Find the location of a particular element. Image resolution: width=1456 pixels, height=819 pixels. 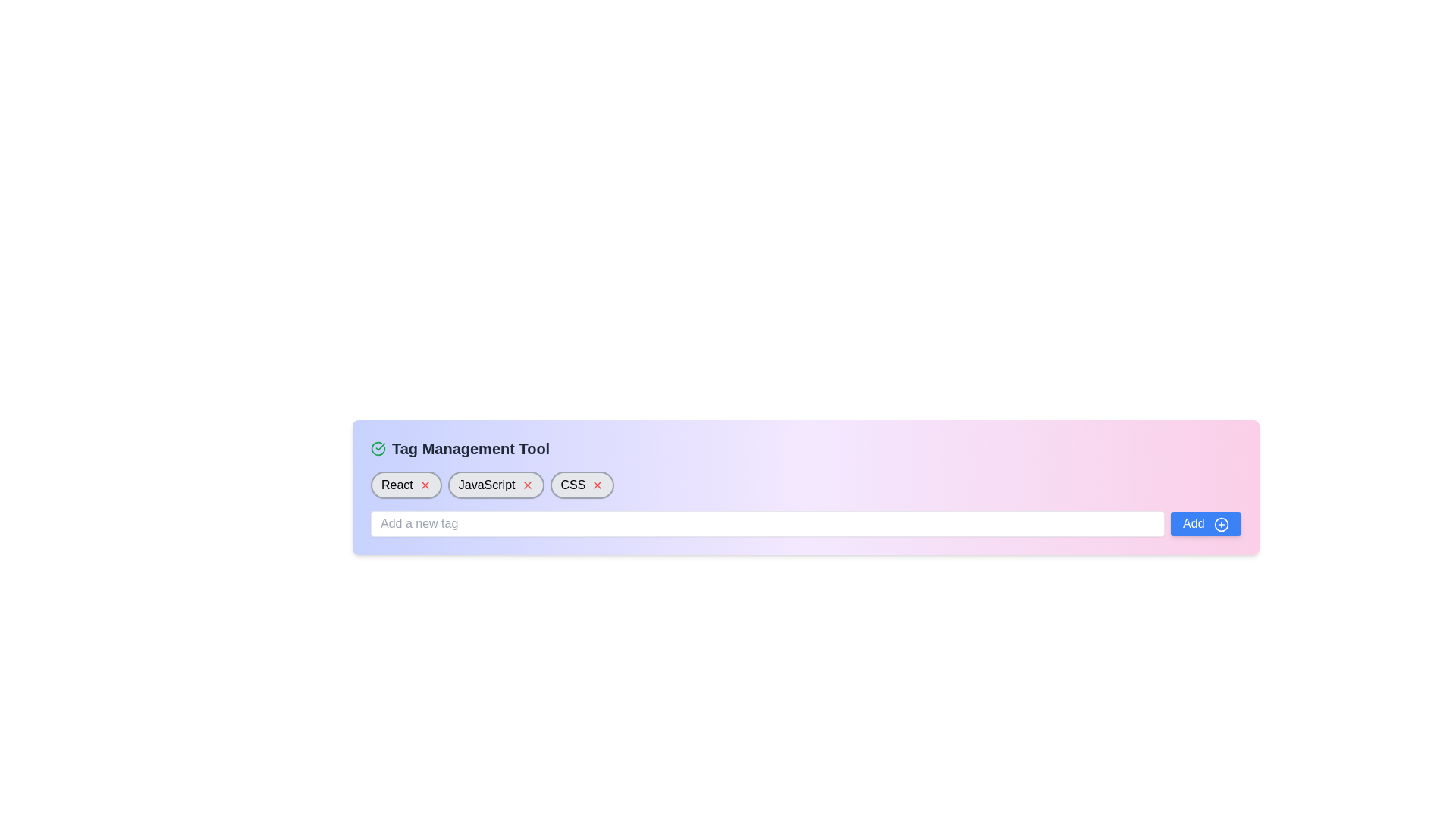

the dismiss 'x' icon on the 'React' tag is located at coordinates (406, 485).